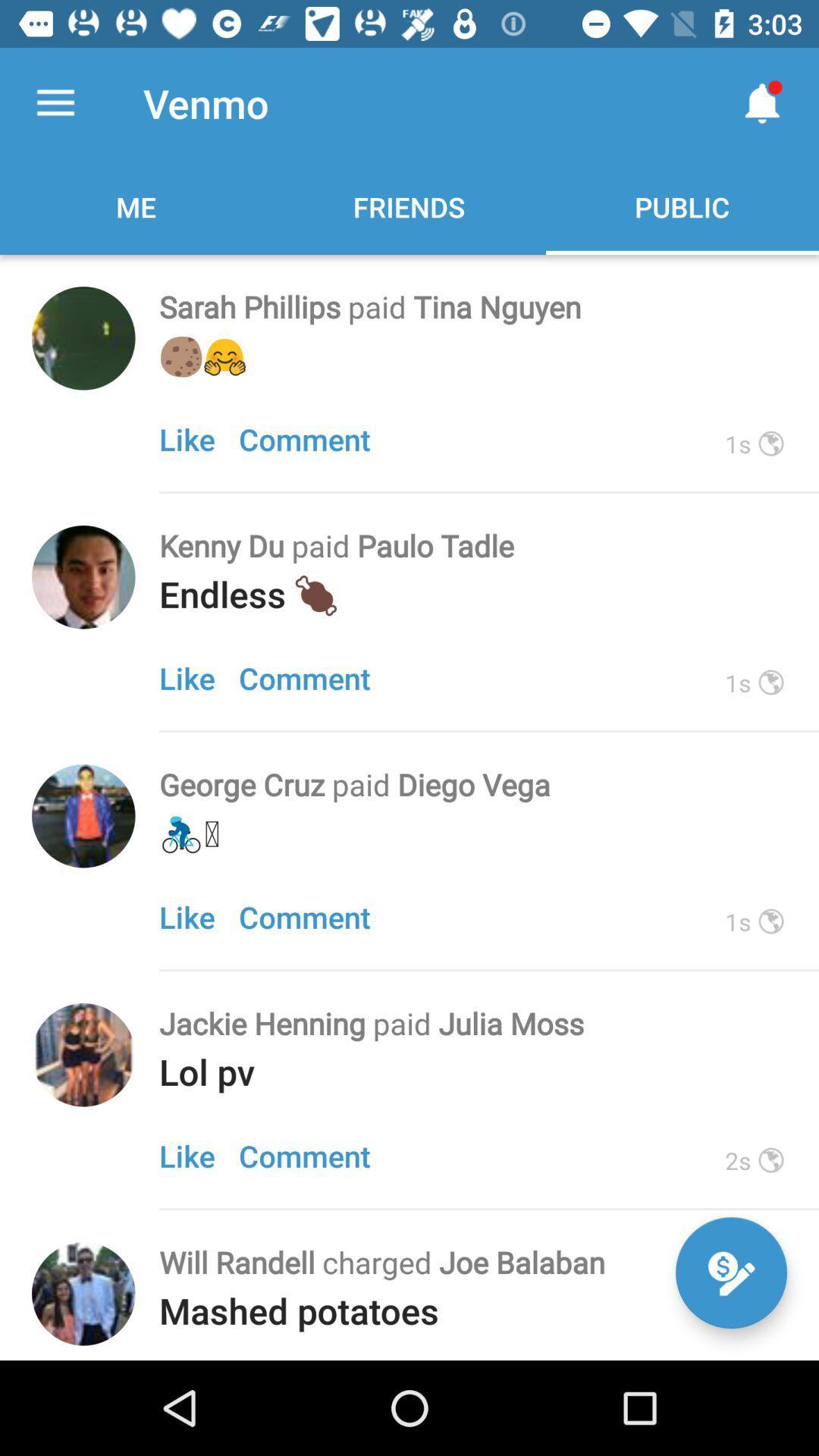 Image resolution: width=819 pixels, height=1456 pixels. What do you see at coordinates (83, 1293) in the screenshot?
I see `person avatar` at bounding box center [83, 1293].